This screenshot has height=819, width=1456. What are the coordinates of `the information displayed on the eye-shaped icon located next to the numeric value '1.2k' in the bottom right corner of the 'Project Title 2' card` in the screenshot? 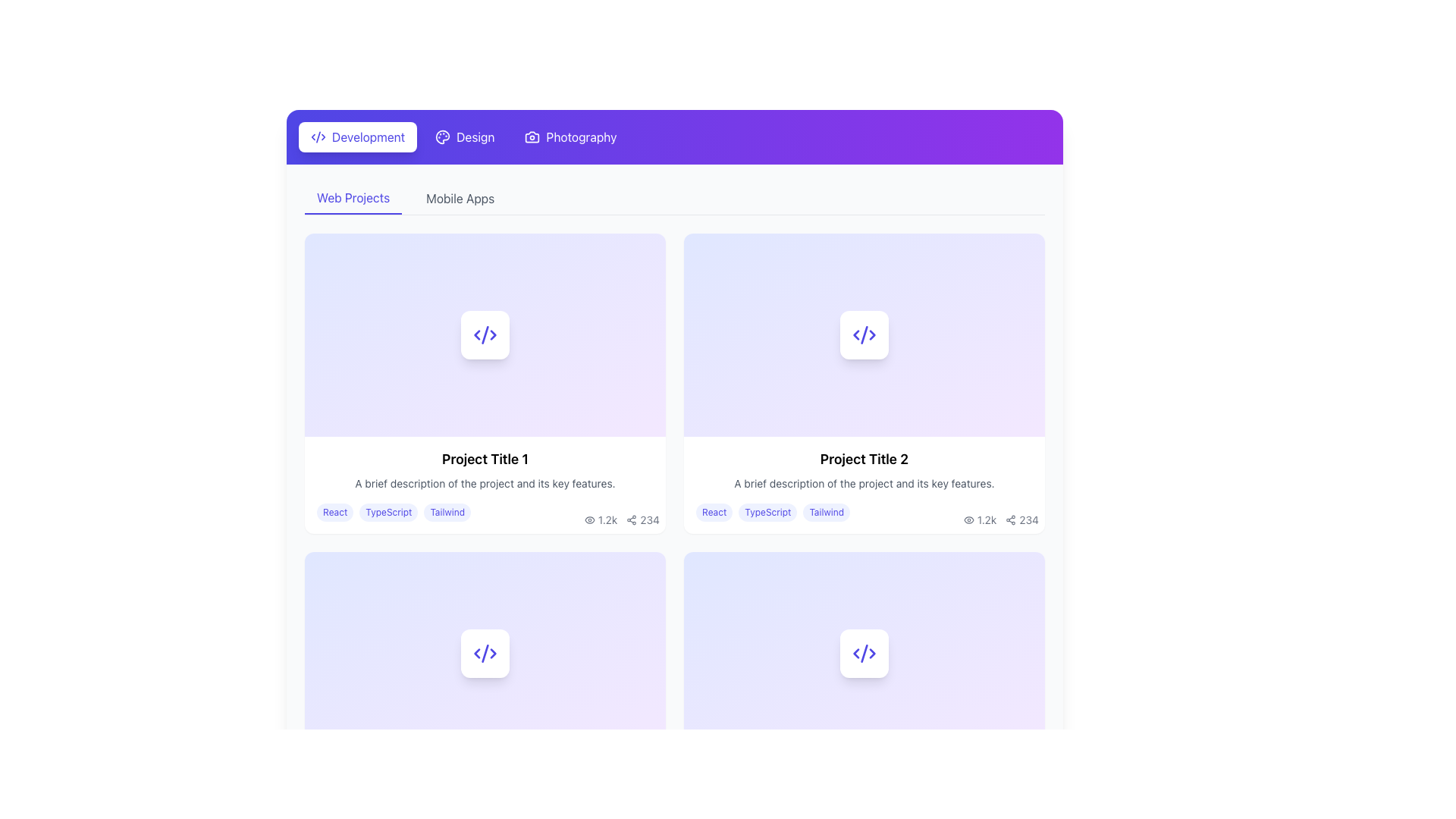 It's located at (968, 519).